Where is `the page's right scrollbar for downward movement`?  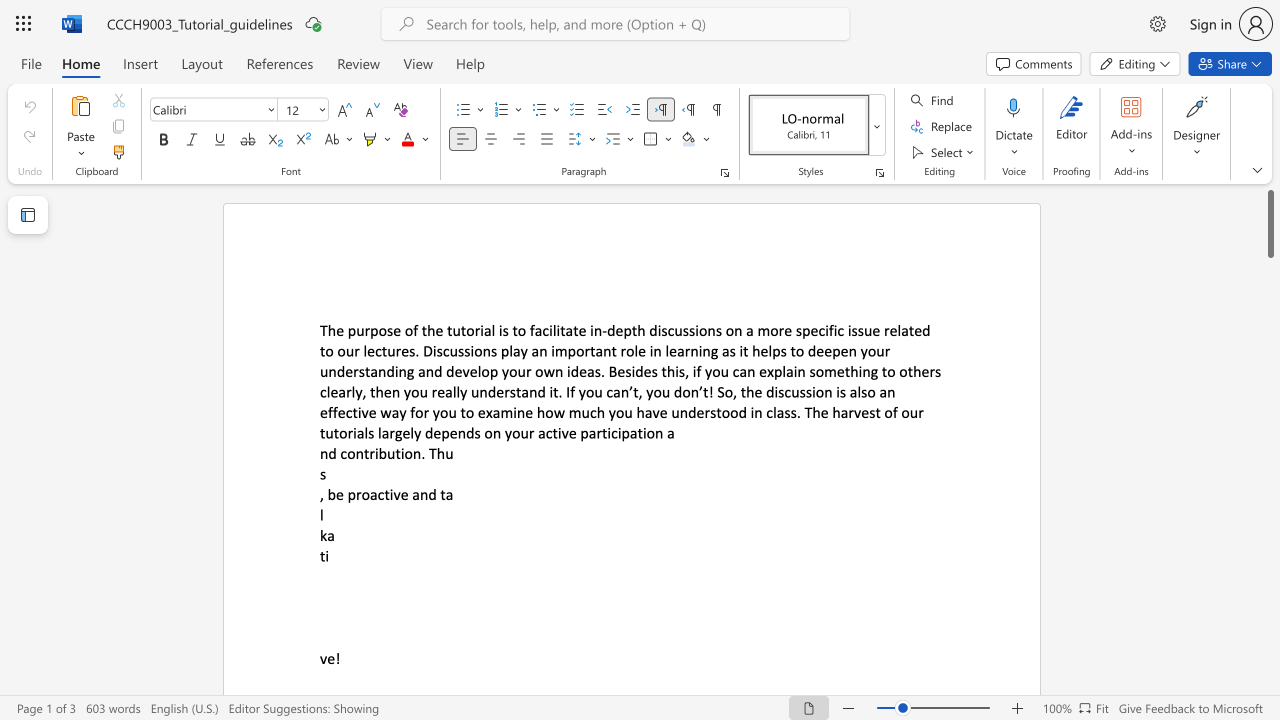
the page's right scrollbar for downward movement is located at coordinates (1269, 470).